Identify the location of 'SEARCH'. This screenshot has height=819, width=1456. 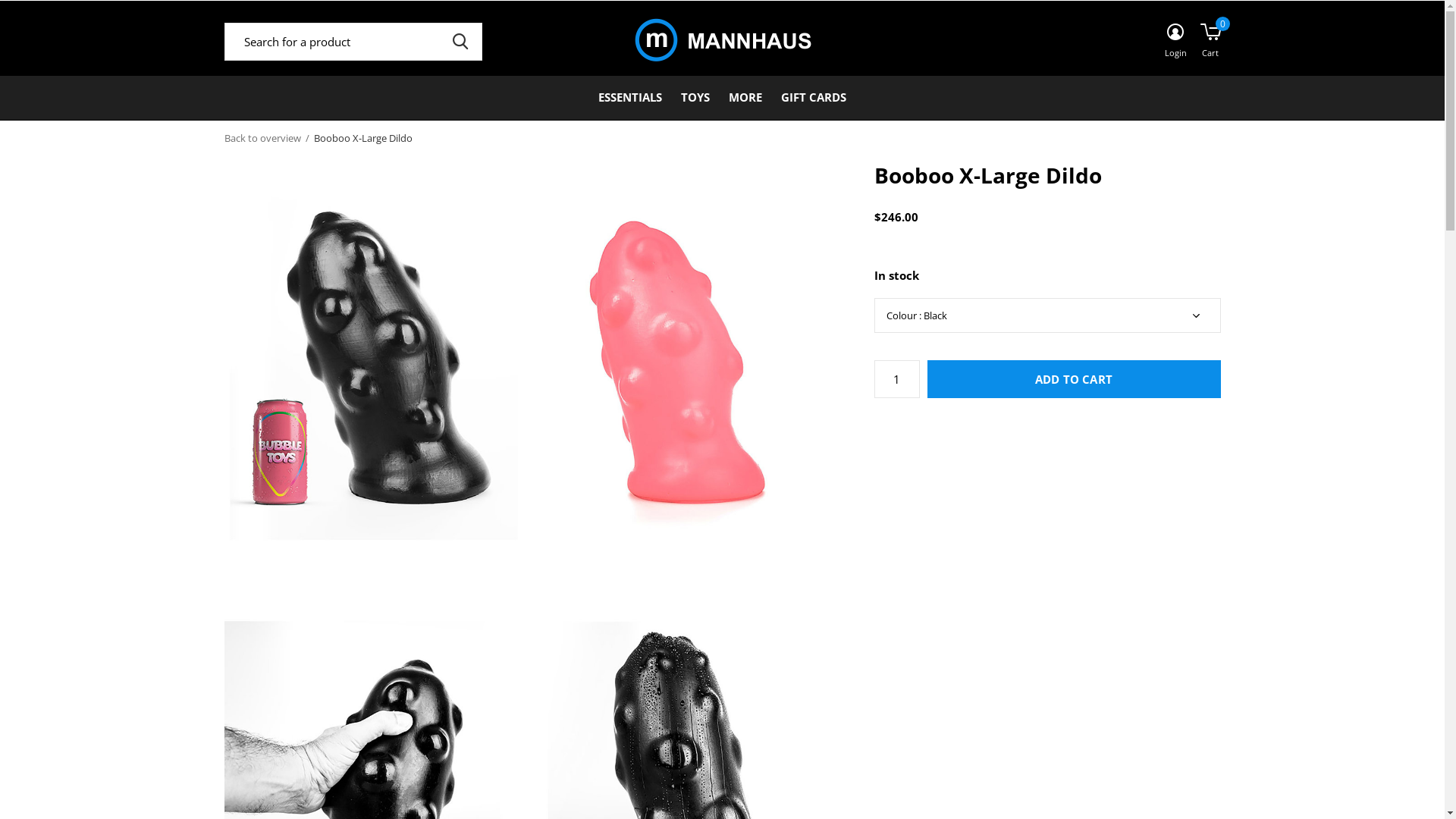
(460, 40).